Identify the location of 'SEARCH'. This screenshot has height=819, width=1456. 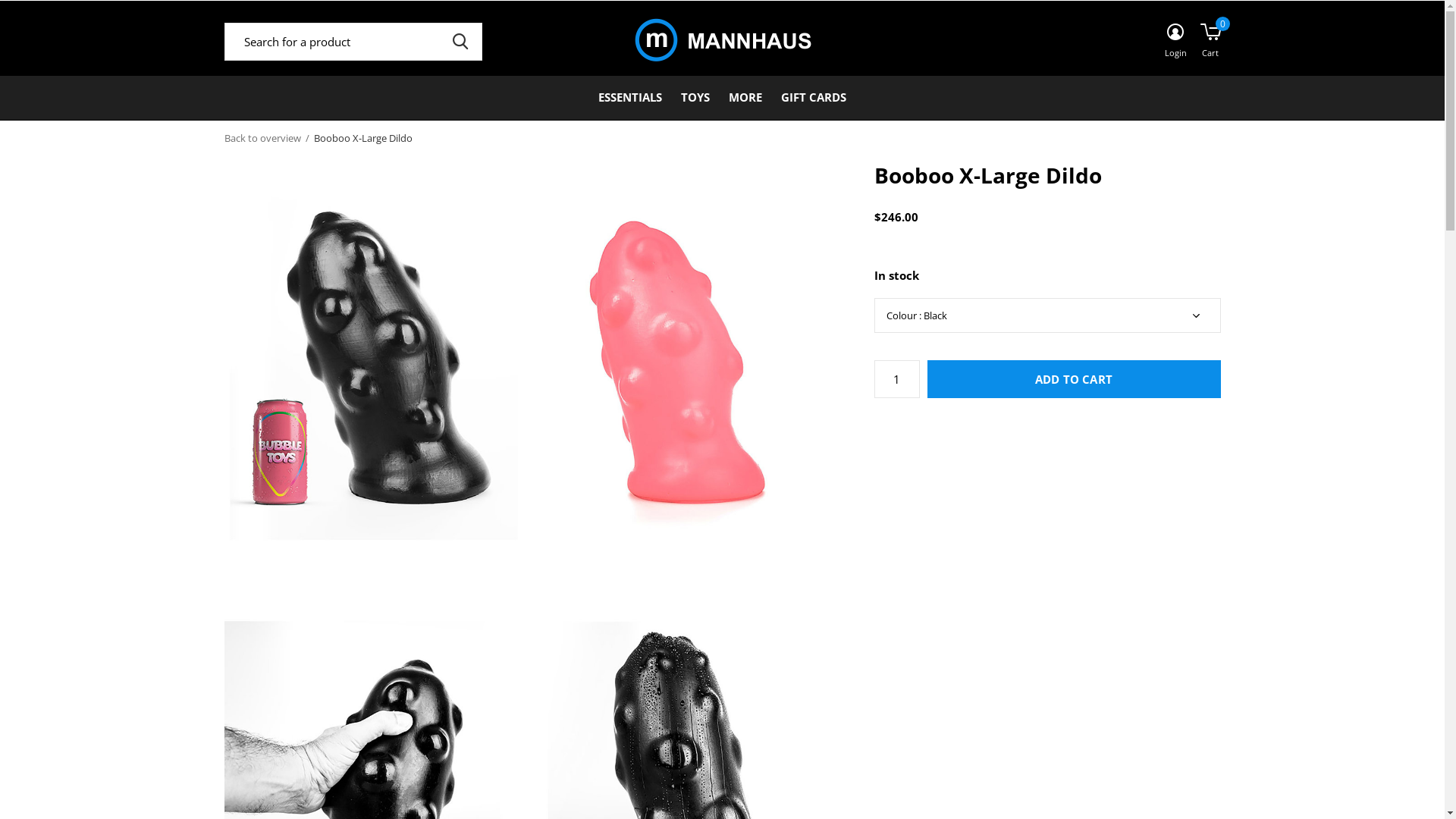
(460, 40).